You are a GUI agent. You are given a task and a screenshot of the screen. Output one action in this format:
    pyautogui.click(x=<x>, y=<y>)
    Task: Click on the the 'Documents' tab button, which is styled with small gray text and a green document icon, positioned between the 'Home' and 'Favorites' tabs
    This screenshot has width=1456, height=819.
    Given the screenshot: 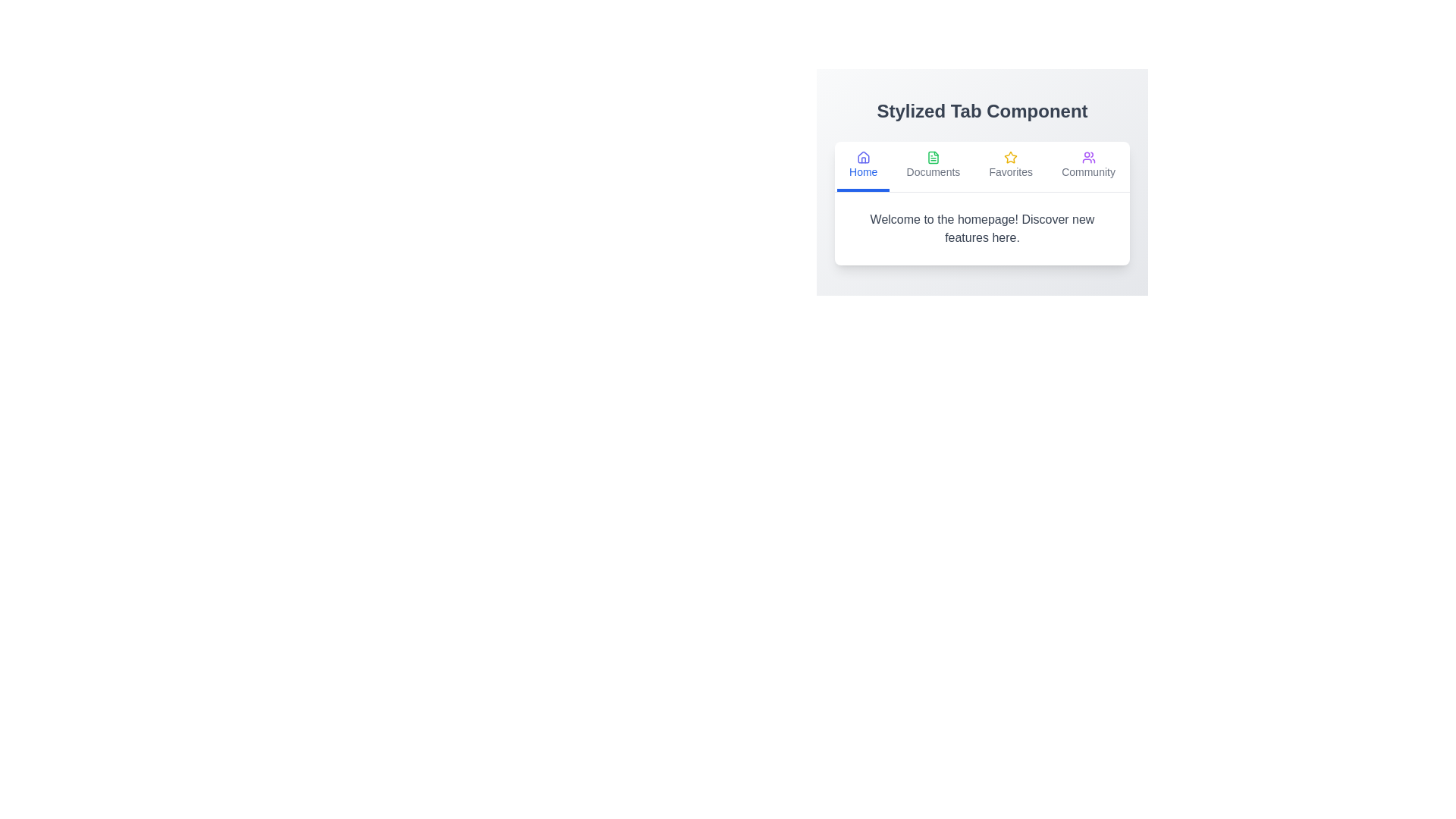 What is the action you would take?
    pyautogui.click(x=931, y=166)
    